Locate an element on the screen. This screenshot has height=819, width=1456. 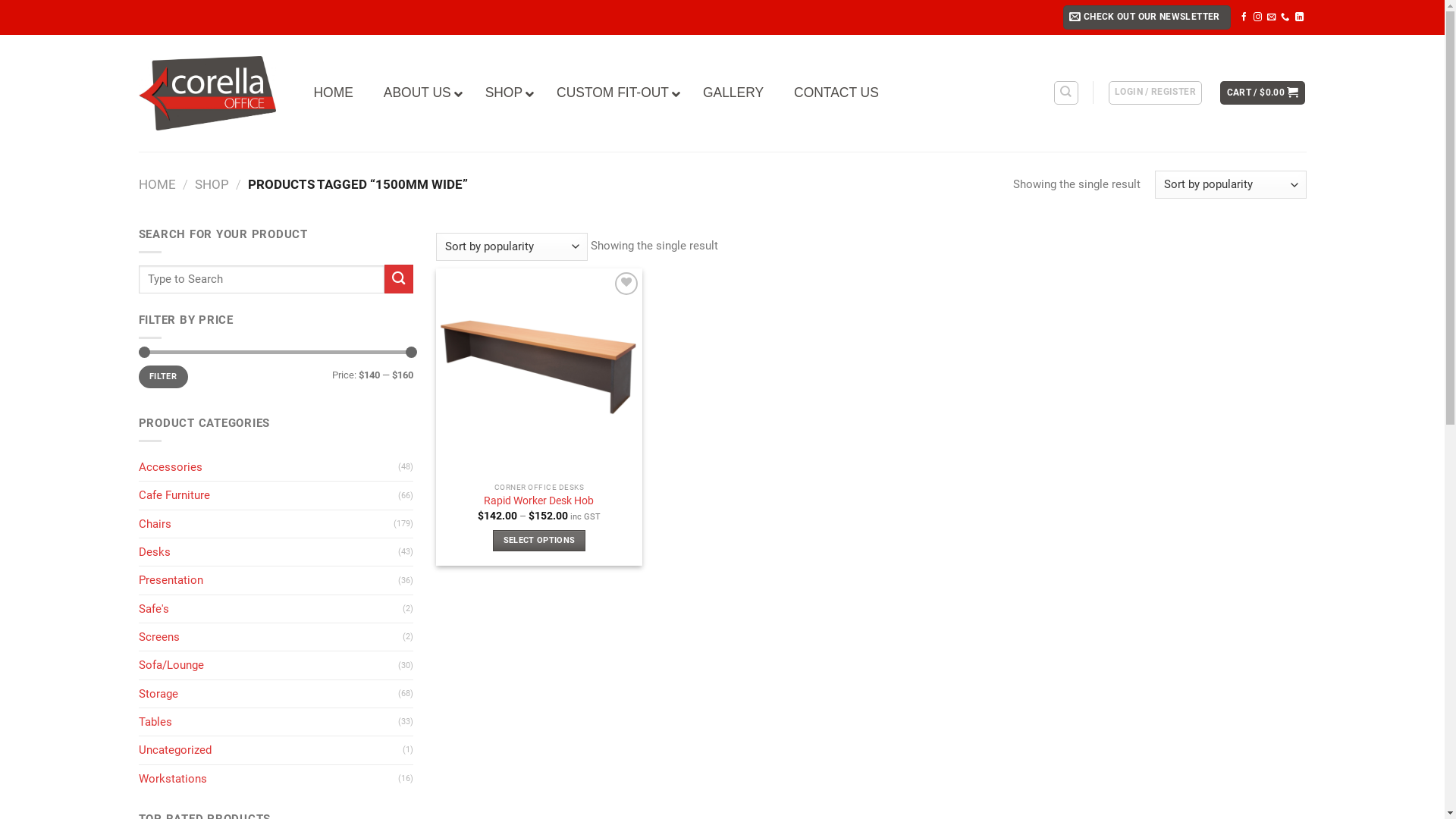
'Chairs' is located at coordinates (265, 522).